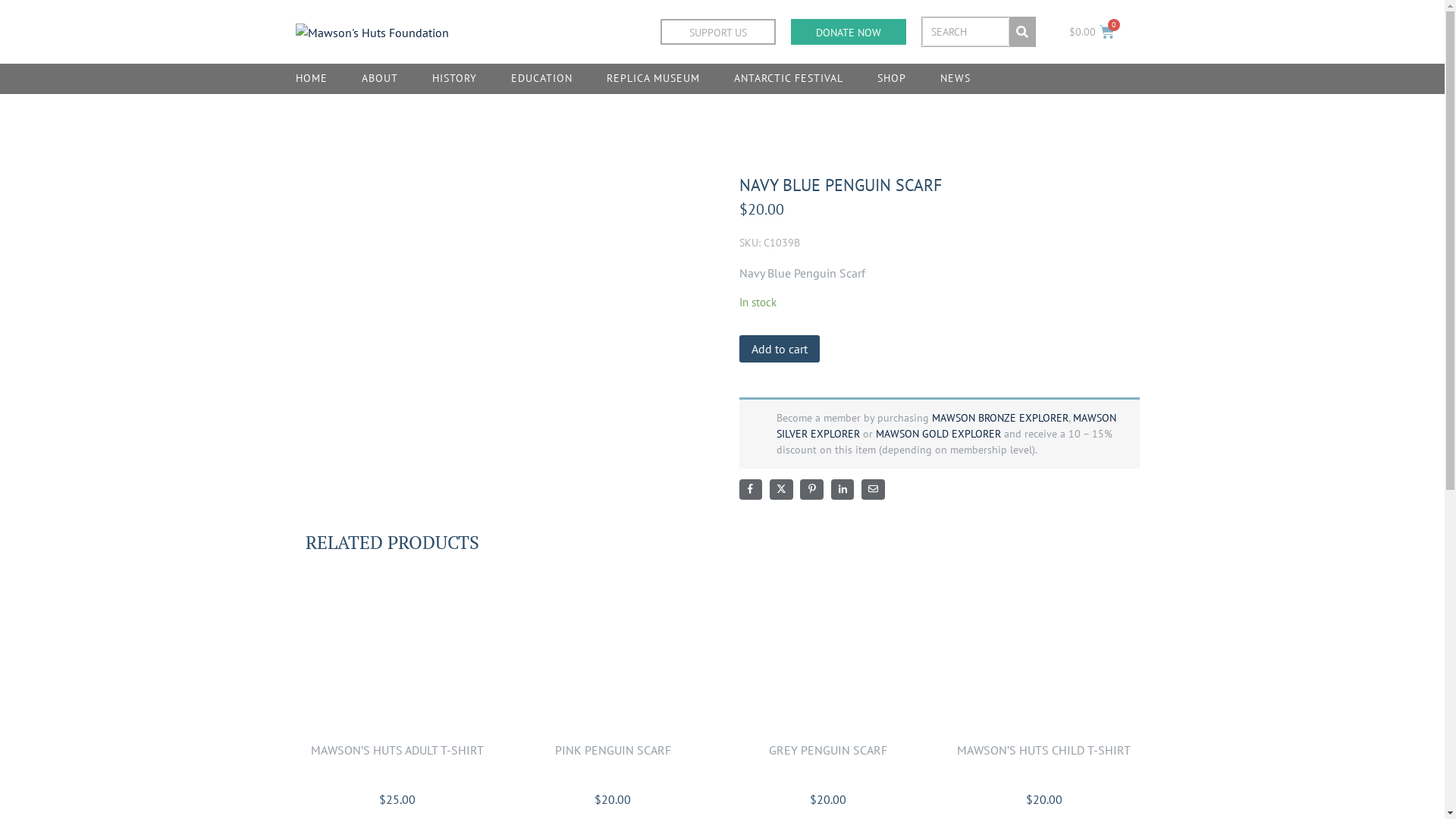  I want to click on 'NEWS', so click(954, 79).